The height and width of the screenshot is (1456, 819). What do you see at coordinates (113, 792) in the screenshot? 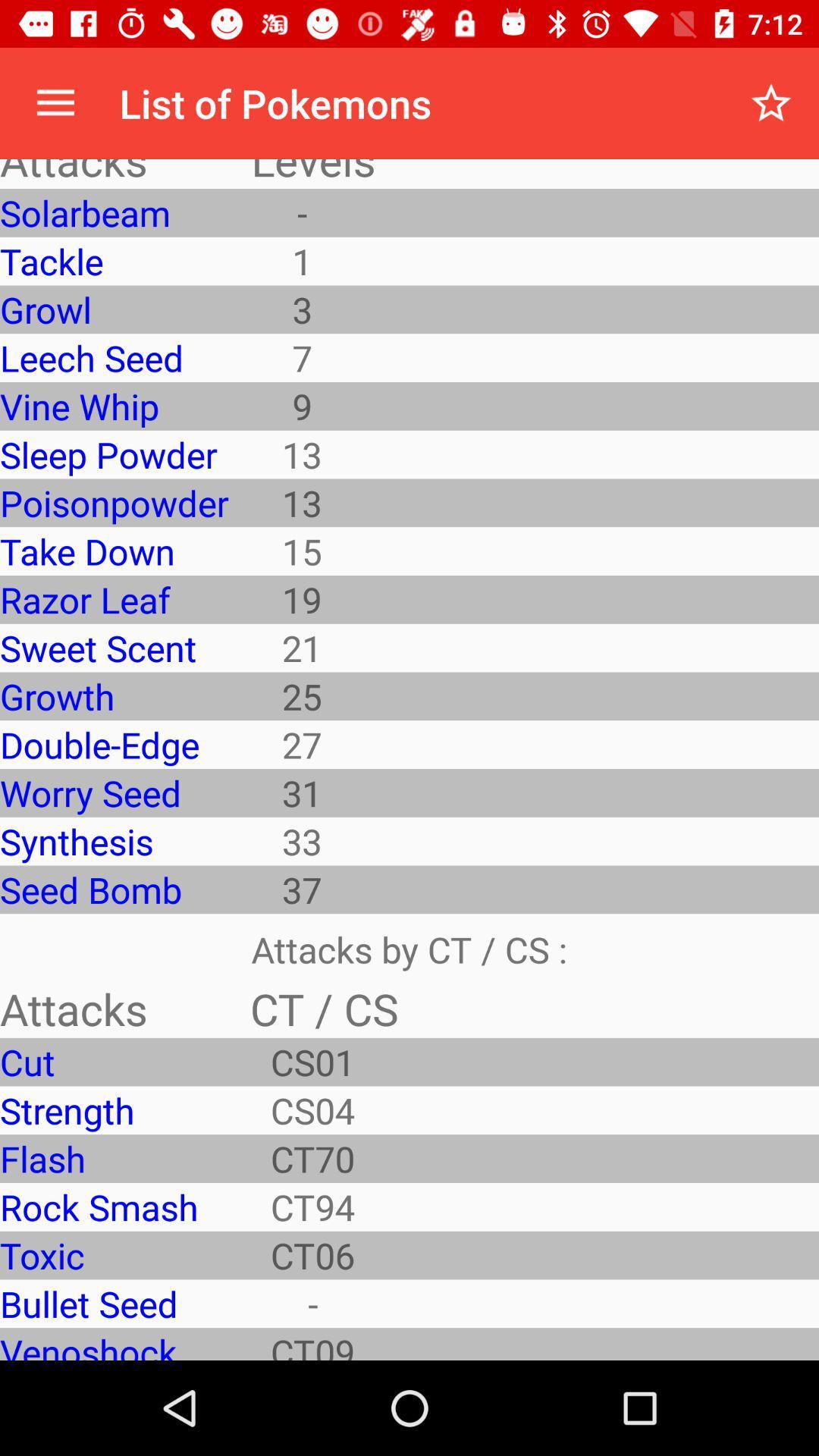
I see `the item below double-edge icon` at bounding box center [113, 792].